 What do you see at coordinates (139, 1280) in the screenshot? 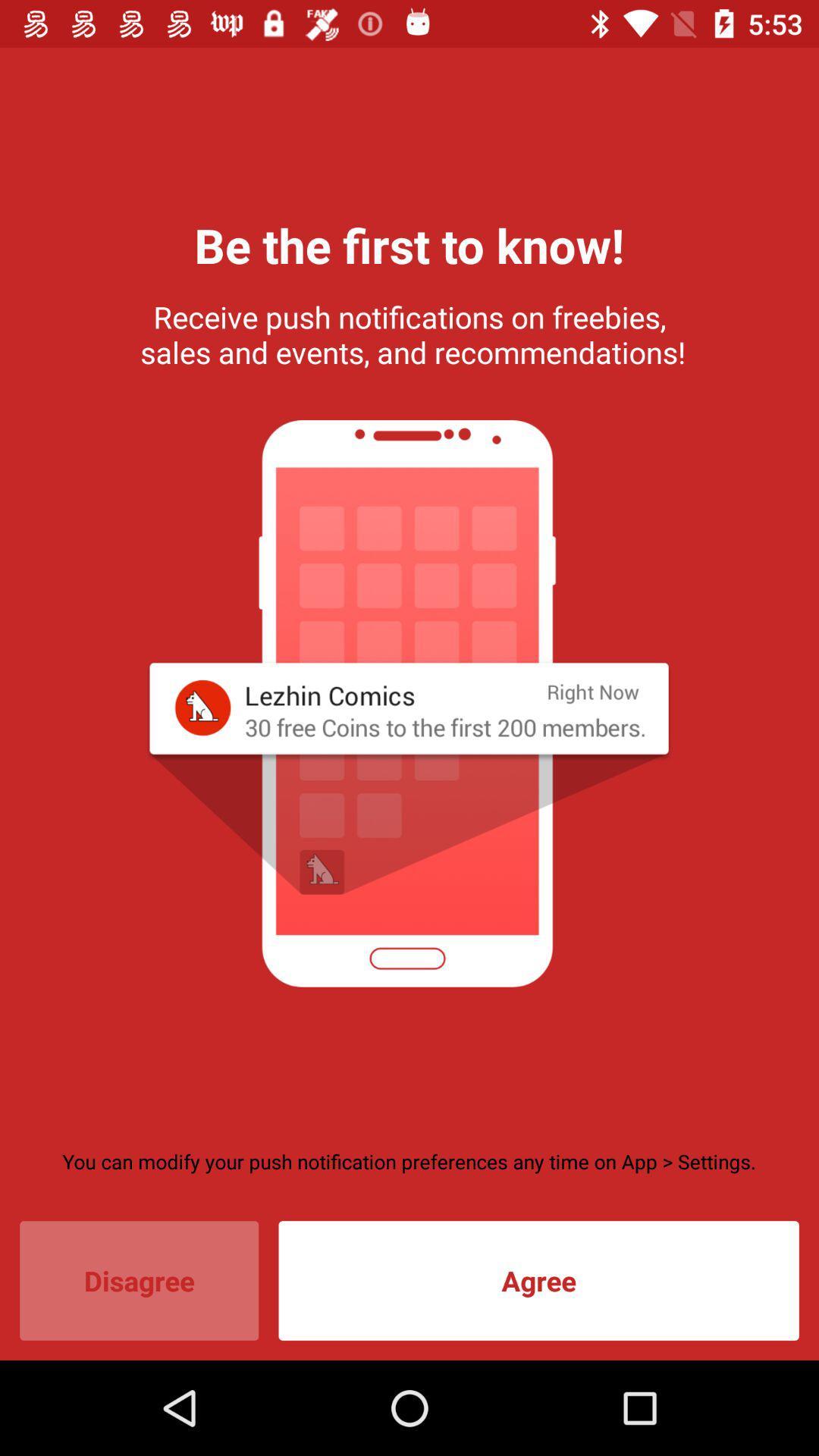
I see `icon to the left of agree` at bounding box center [139, 1280].